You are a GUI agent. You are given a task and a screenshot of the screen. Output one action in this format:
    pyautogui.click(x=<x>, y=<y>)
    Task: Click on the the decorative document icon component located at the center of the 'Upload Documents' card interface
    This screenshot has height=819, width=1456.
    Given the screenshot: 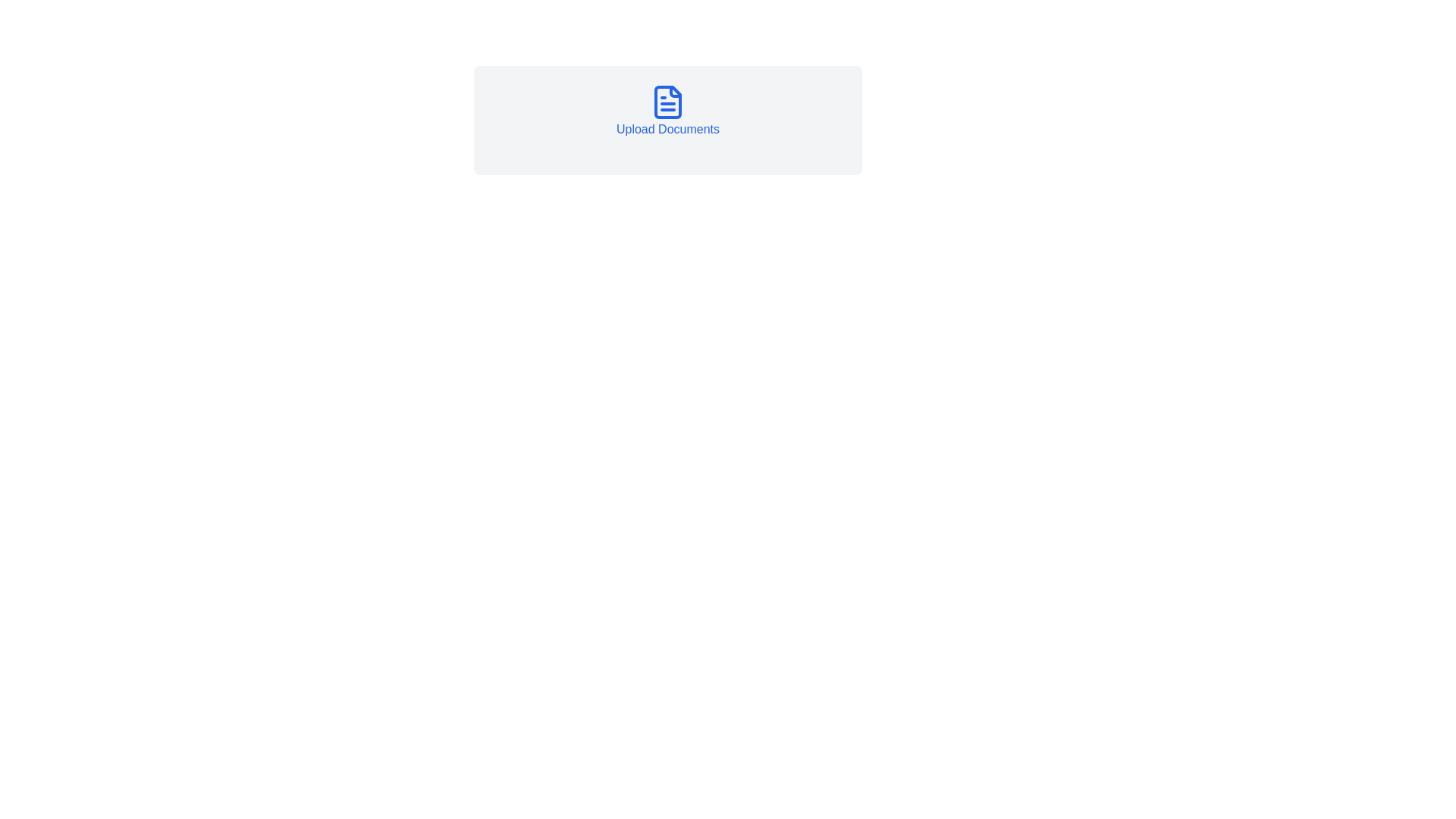 What is the action you would take?
    pyautogui.click(x=667, y=102)
    